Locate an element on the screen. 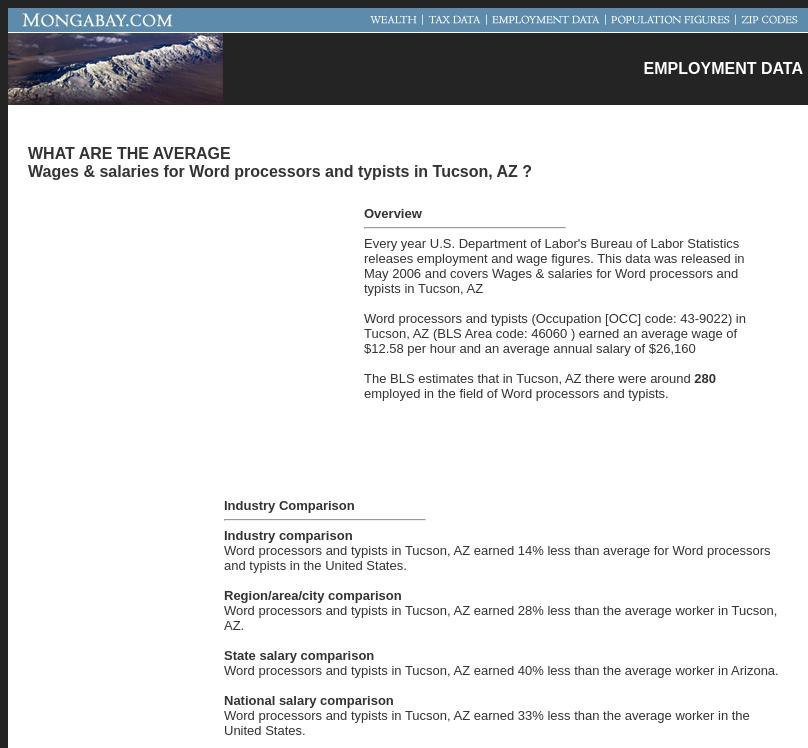  'Word processors and typists in Tucson, AZ earned 28% less than the average worker in Tucson, AZ.' is located at coordinates (500, 616).